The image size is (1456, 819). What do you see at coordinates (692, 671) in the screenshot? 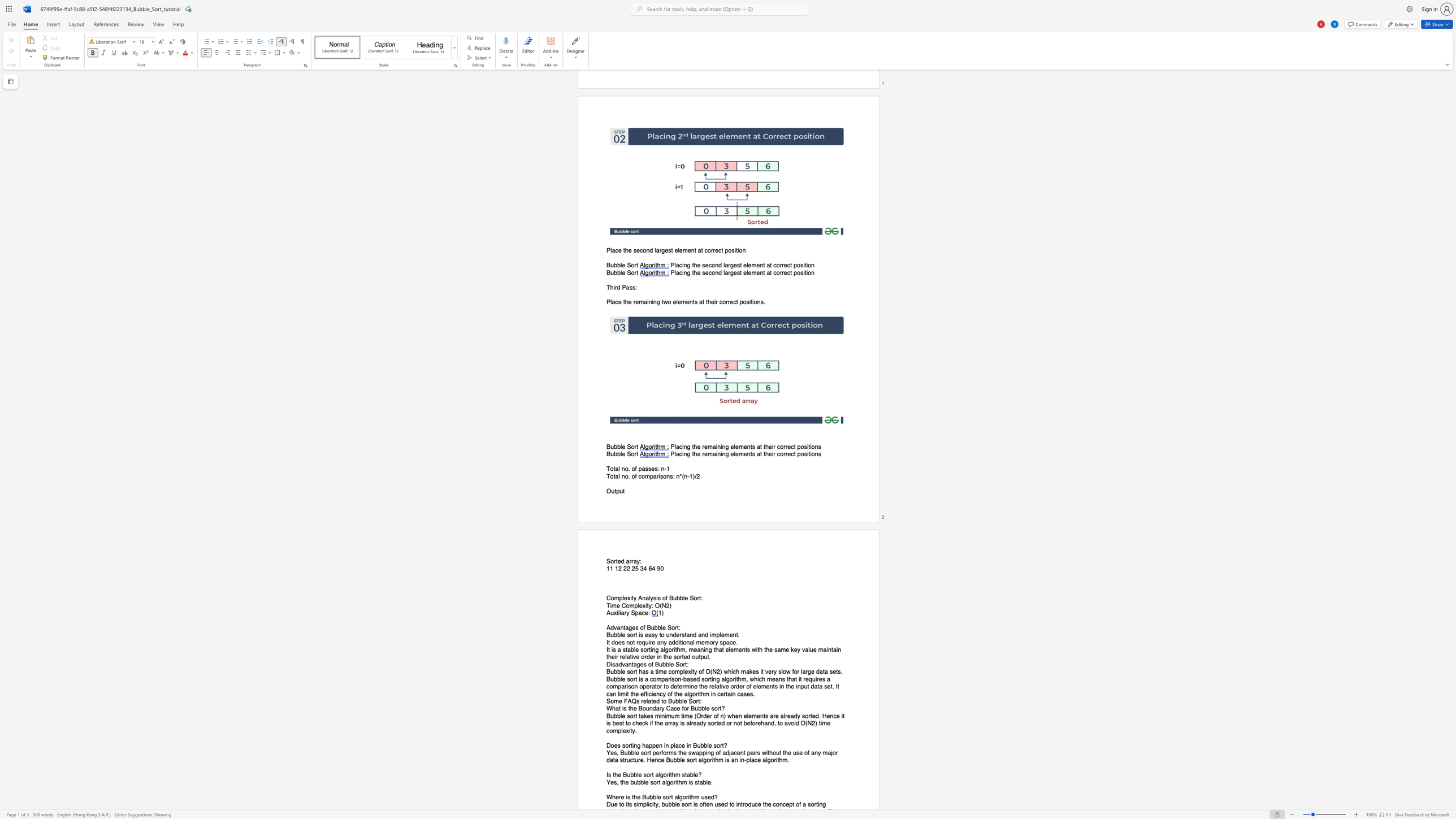
I see `the subset text "ty of O(N2" within the text "Bubble sort has a time complexity of O(N2) which makes it"` at bounding box center [692, 671].